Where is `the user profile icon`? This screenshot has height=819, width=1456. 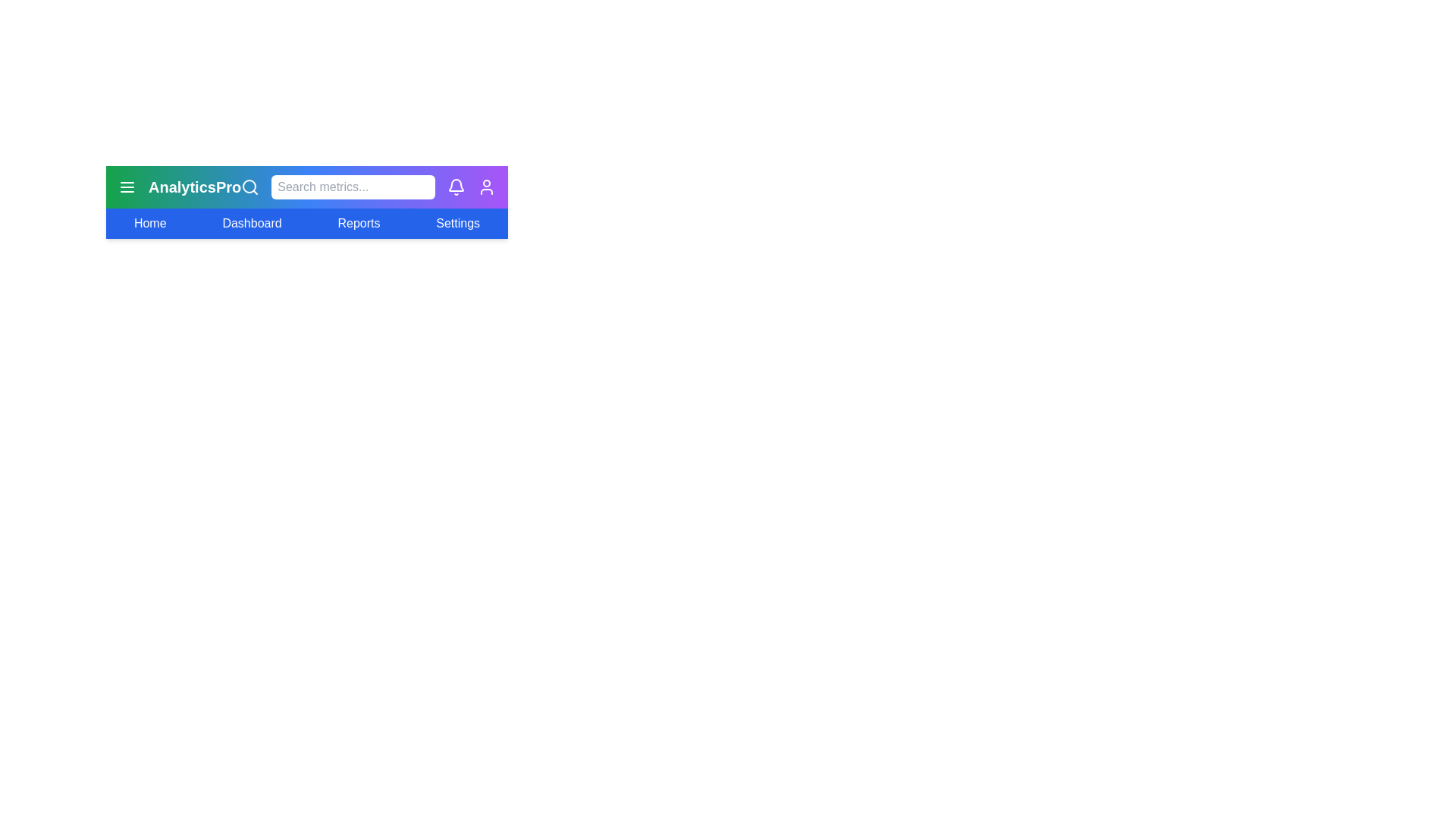 the user profile icon is located at coordinates (487, 186).